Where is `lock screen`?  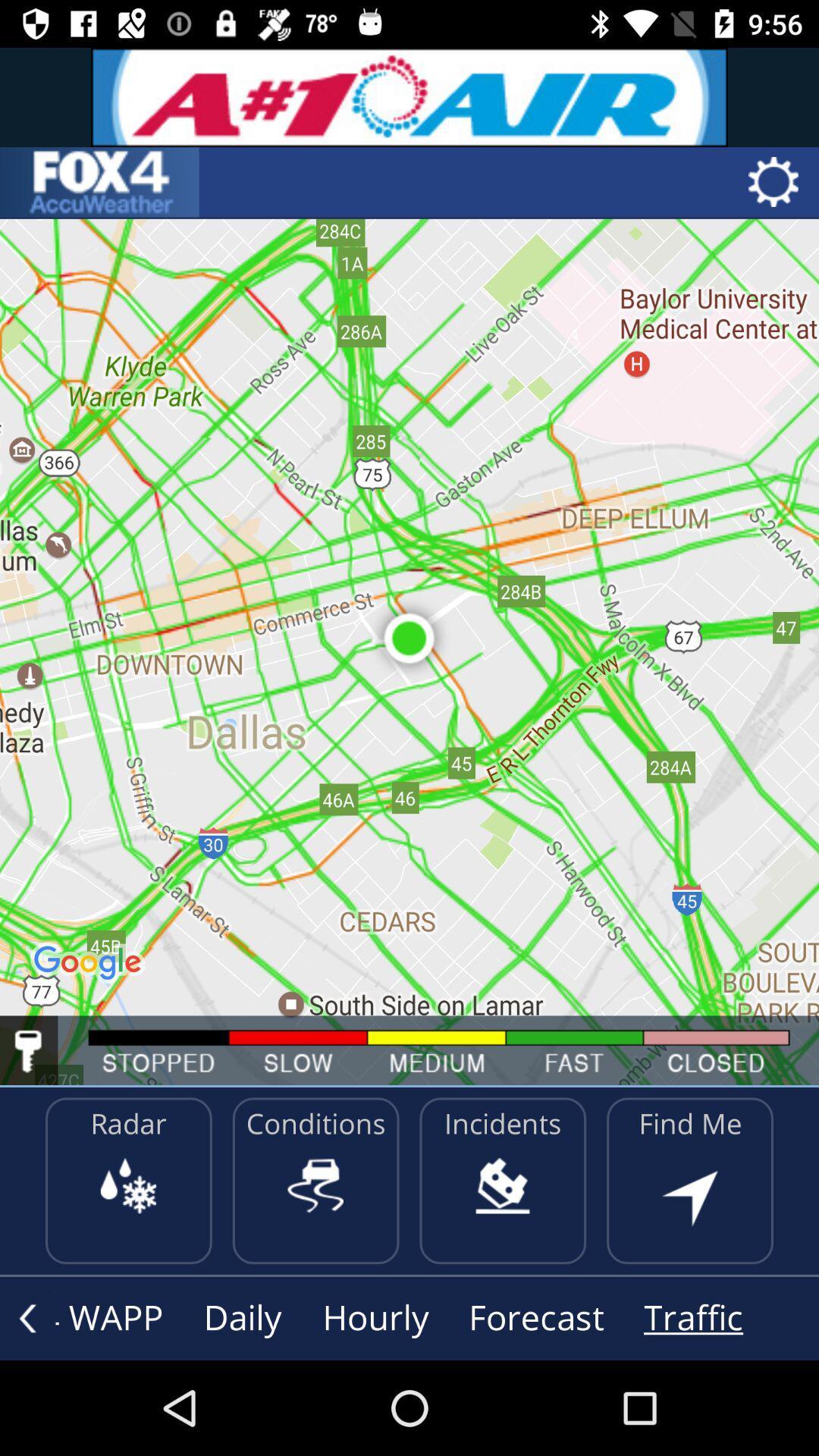
lock screen is located at coordinates (29, 1050).